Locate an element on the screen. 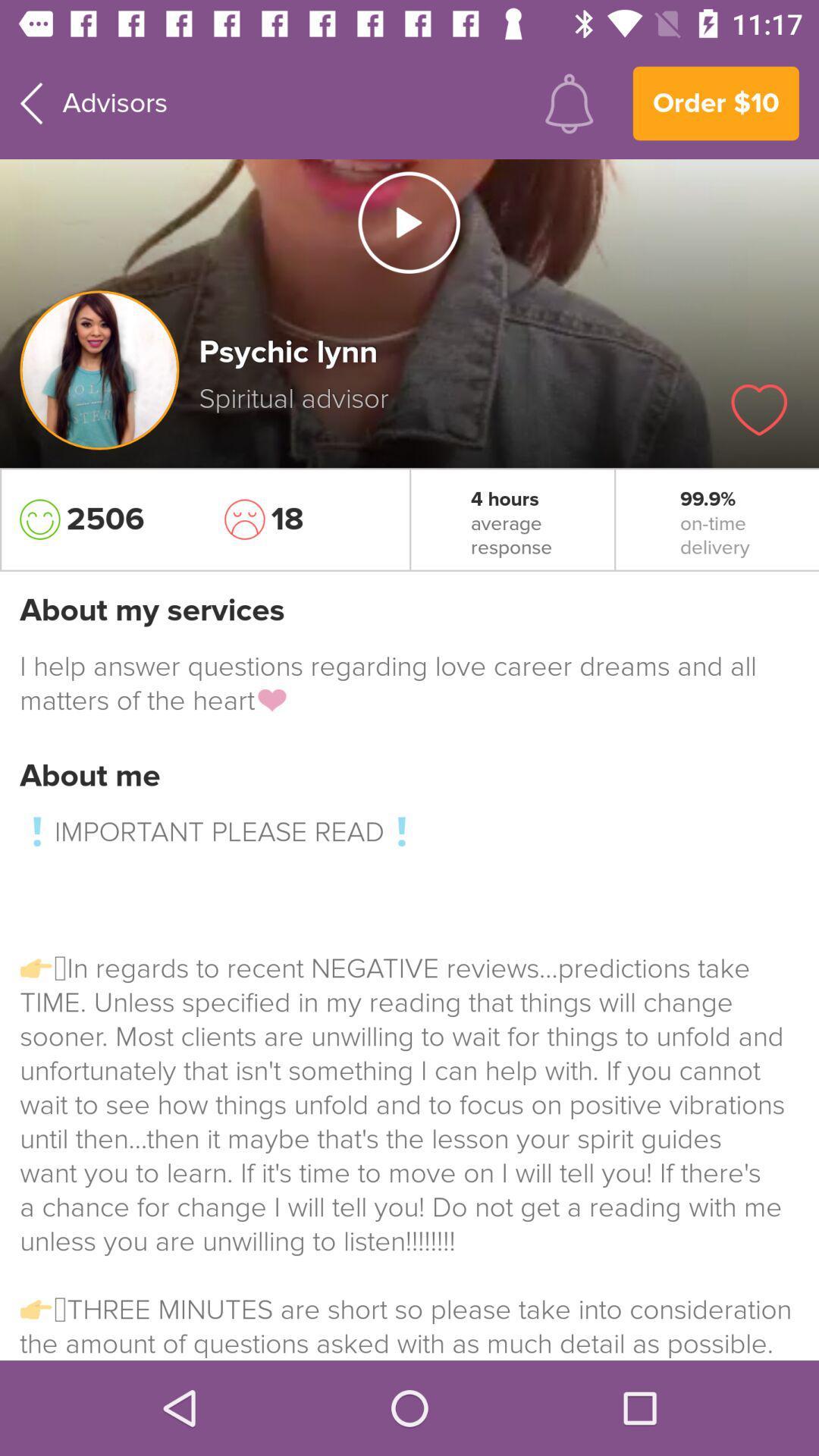  icon to the right of the advisors icon is located at coordinates (569, 102).